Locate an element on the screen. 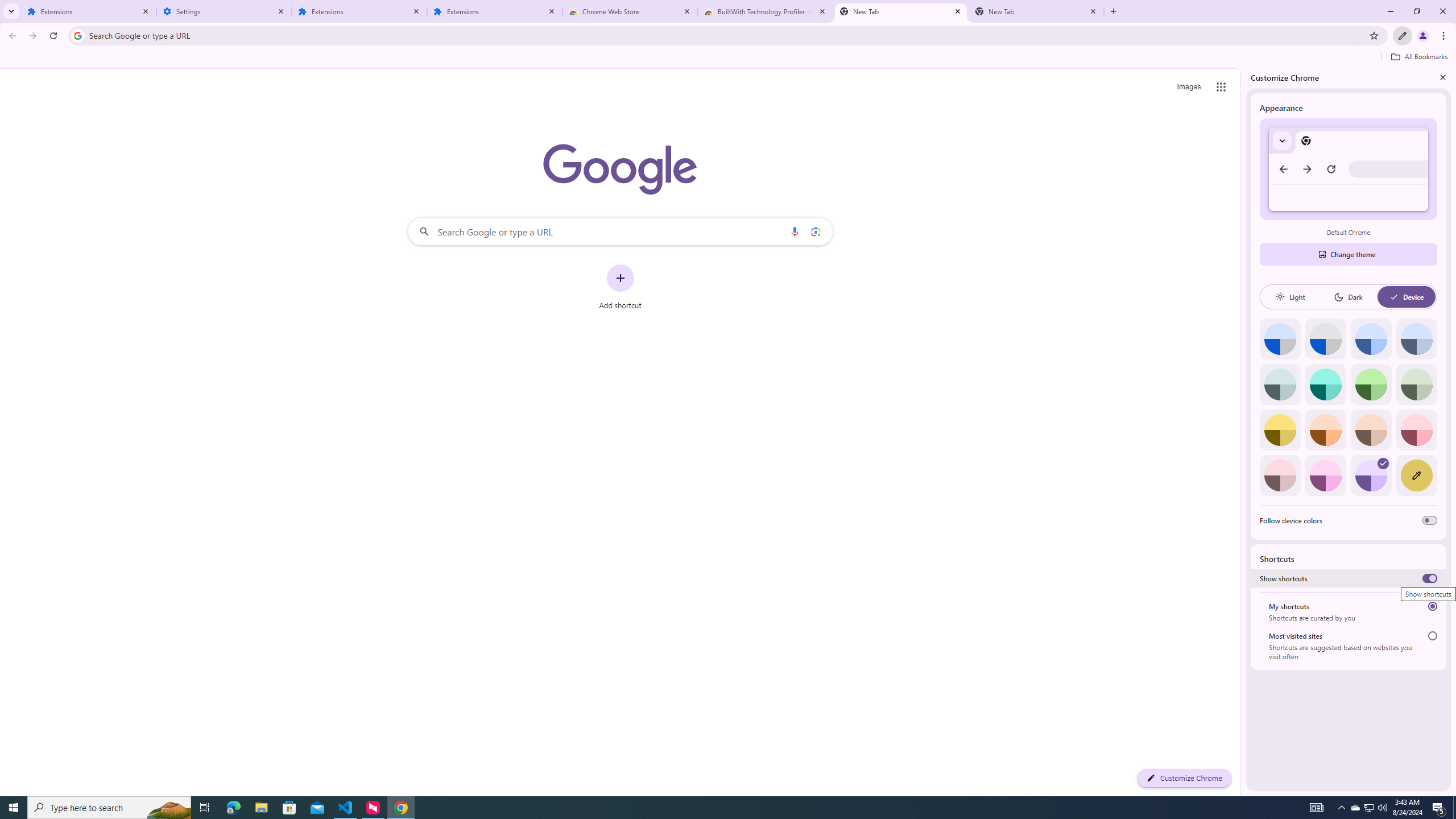 The width and height of the screenshot is (1456, 819). 'Most visited sites' is located at coordinates (1433, 636).